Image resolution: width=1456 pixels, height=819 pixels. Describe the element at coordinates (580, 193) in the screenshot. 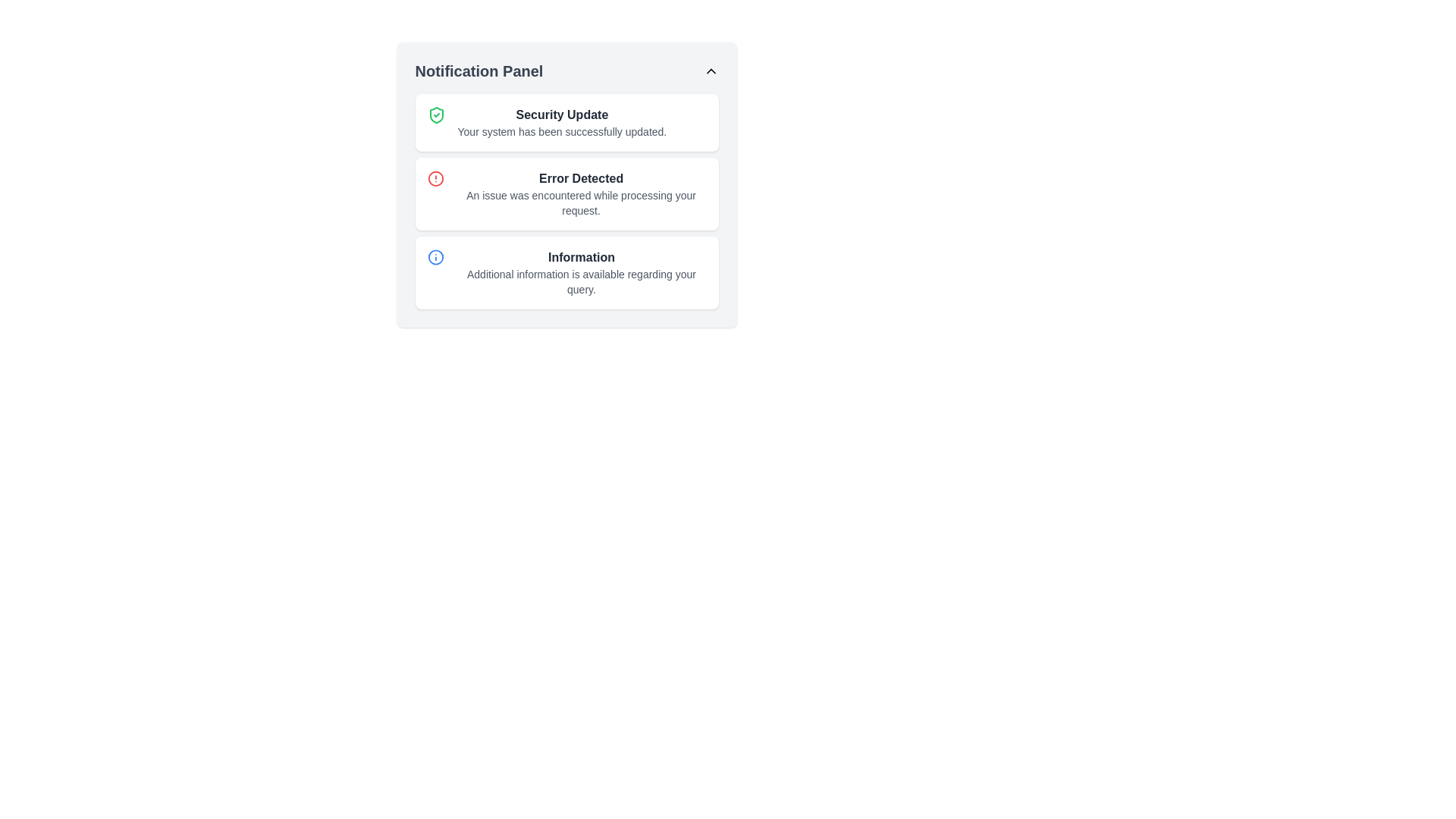

I see `the Notification alert that serves as a message about an encountered issue, positioned between 'Security Update' and 'Information'` at that location.